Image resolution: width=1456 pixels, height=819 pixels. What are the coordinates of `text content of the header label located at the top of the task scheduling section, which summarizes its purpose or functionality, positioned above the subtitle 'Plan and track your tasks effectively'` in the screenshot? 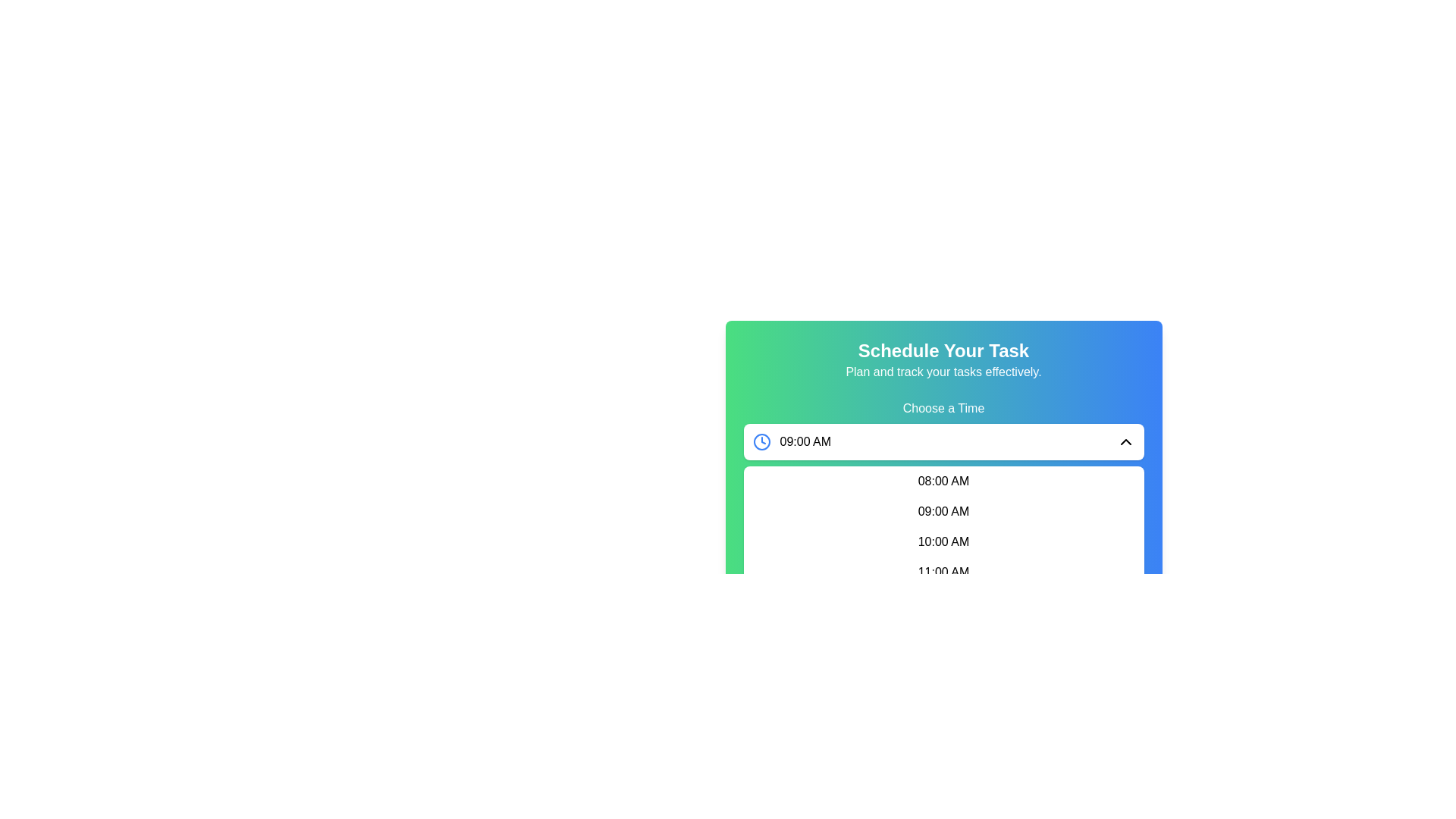 It's located at (943, 350).